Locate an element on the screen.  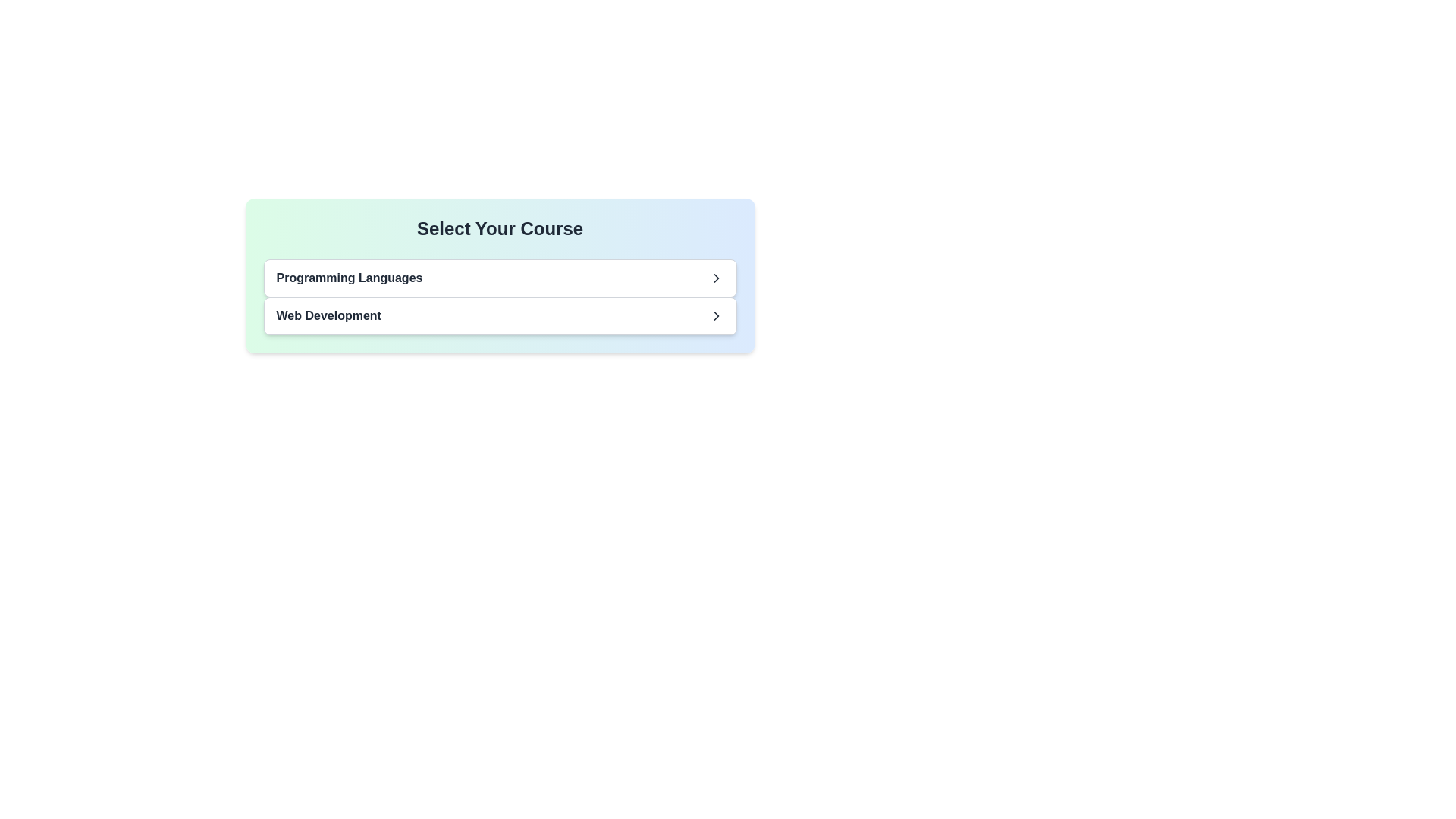
the right-pointing chevron icon located in the second item of the course menu, aligned to the right edge of the 'Web Development' text label is located at coordinates (715, 315).